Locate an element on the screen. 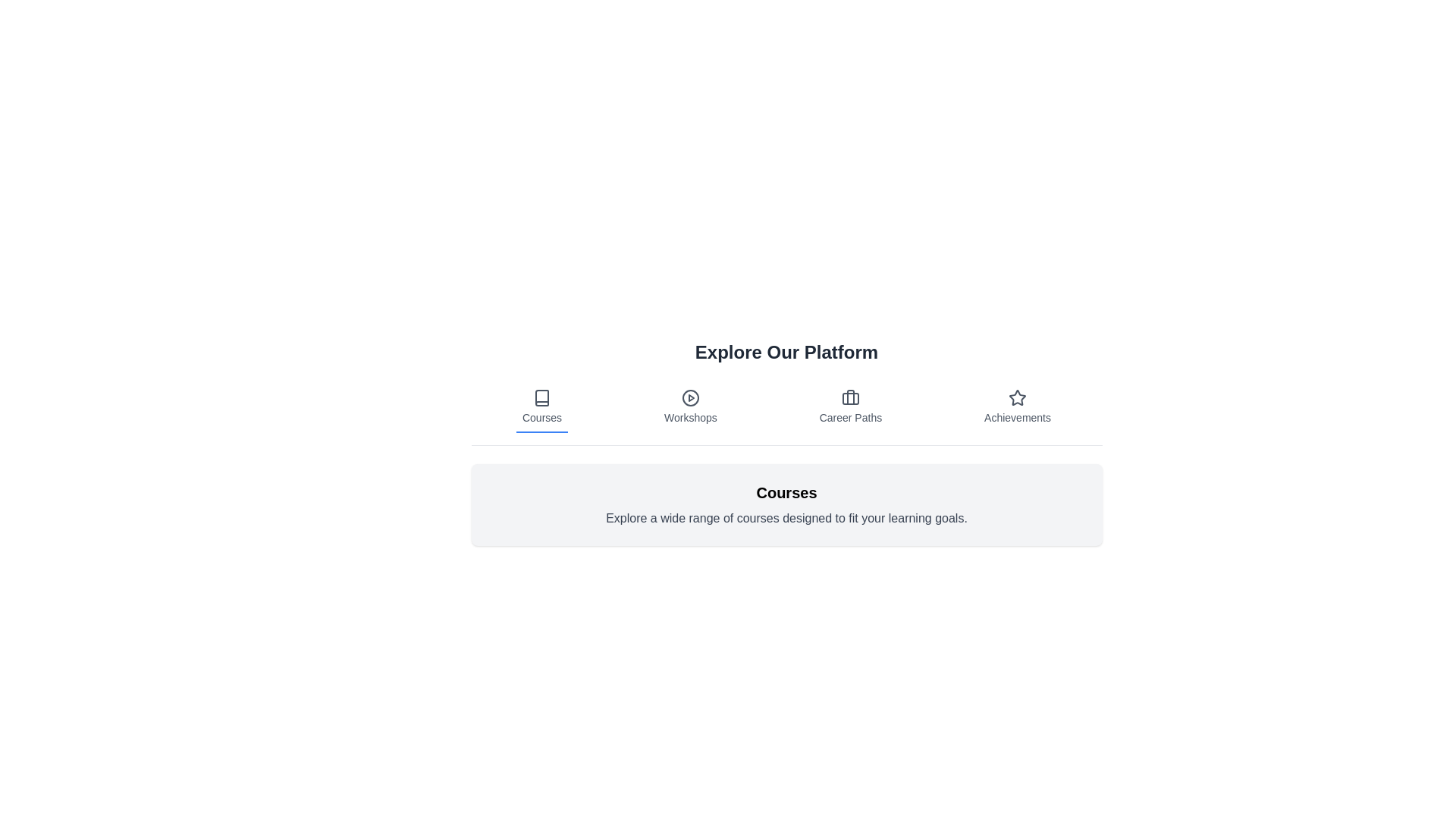  the tab corresponding to Courses is located at coordinates (542, 406).